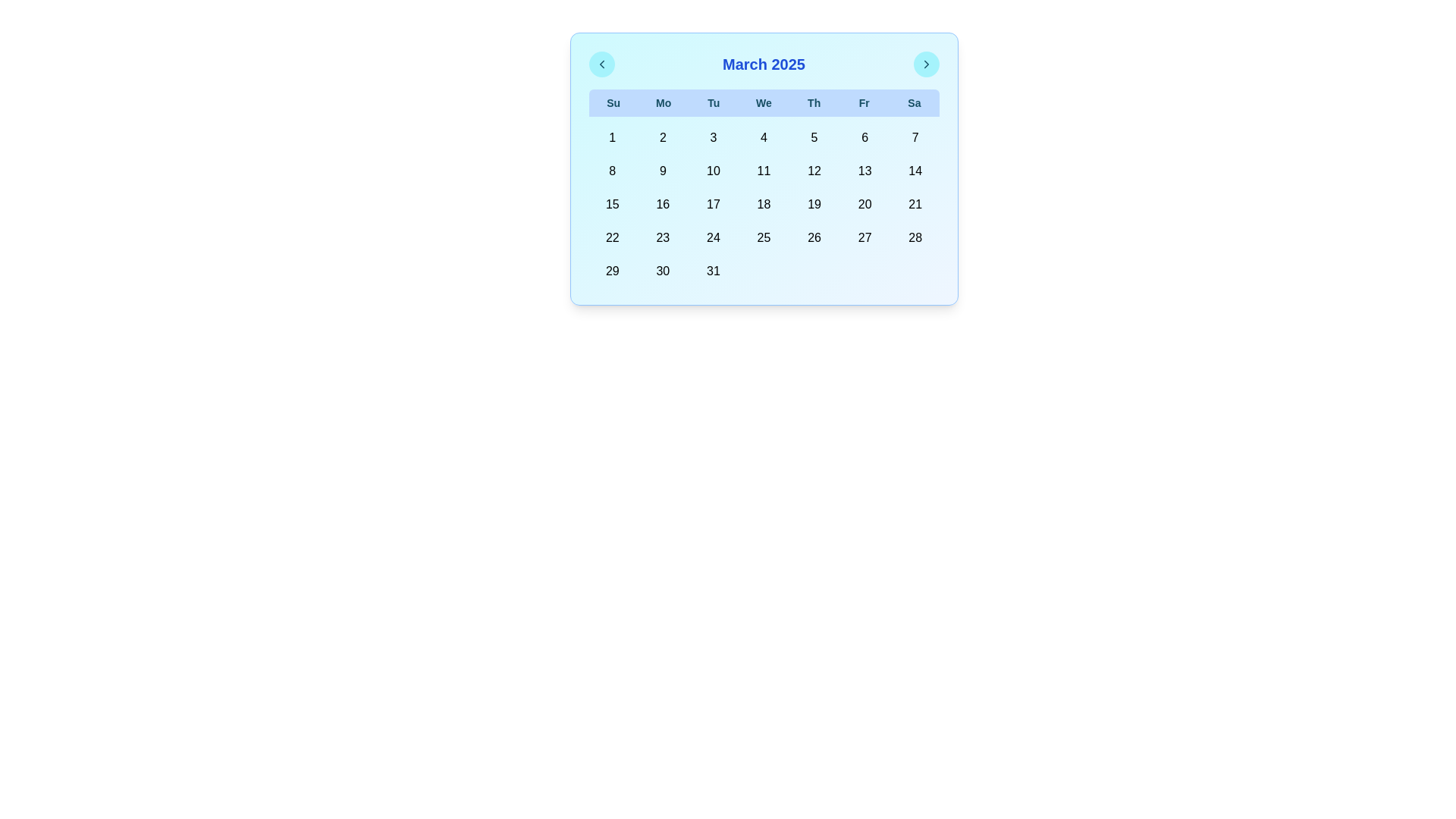 The width and height of the screenshot is (1456, 819). What do you see at coordinates (864, 137) in the screenshot?
I see `the clickable calendar date box representing the 6th day of March 2025, located under the column labeled 'Fr' for Friday` at bounding box center [864, 137].